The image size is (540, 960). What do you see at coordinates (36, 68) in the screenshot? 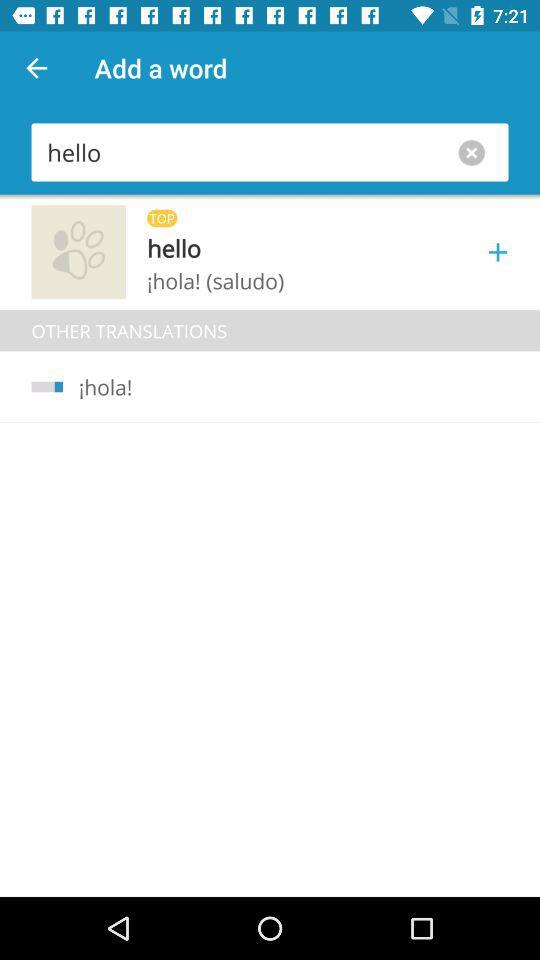
I see `icon to the left of add a word app` at bounding box center [36, 68].